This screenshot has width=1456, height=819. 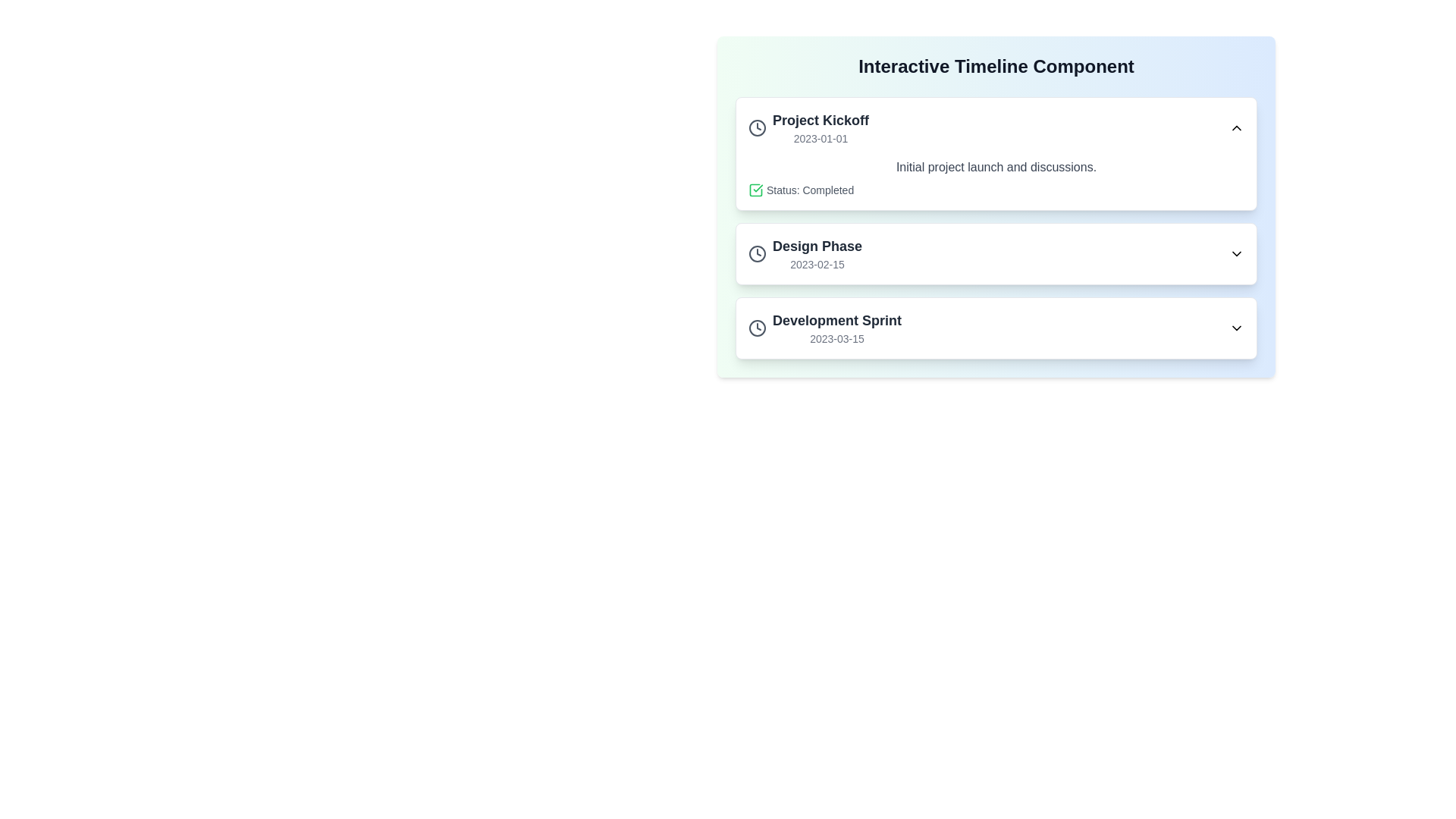 I want to click on the clock icon within the 'Project Kickoff' row of the timeline component, which features a minimalistic design with a gray color scheme and a dark stroke, so click(x=757, y=127).